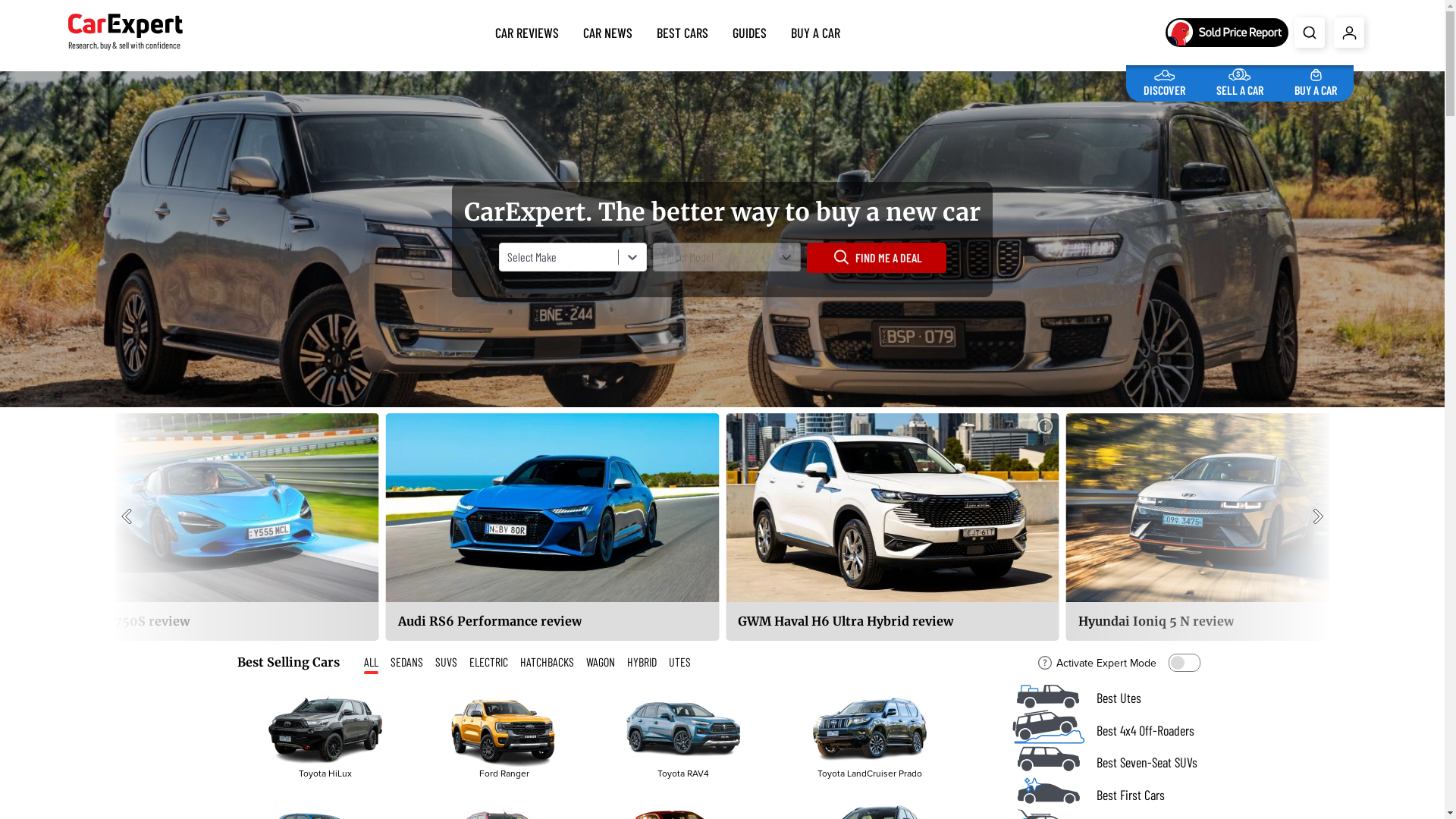 This screenshot has height=819, width=1456. Describe the element at coordinates (503, 736) in the screenshot. I see `'Ford Ranger'` at that location.